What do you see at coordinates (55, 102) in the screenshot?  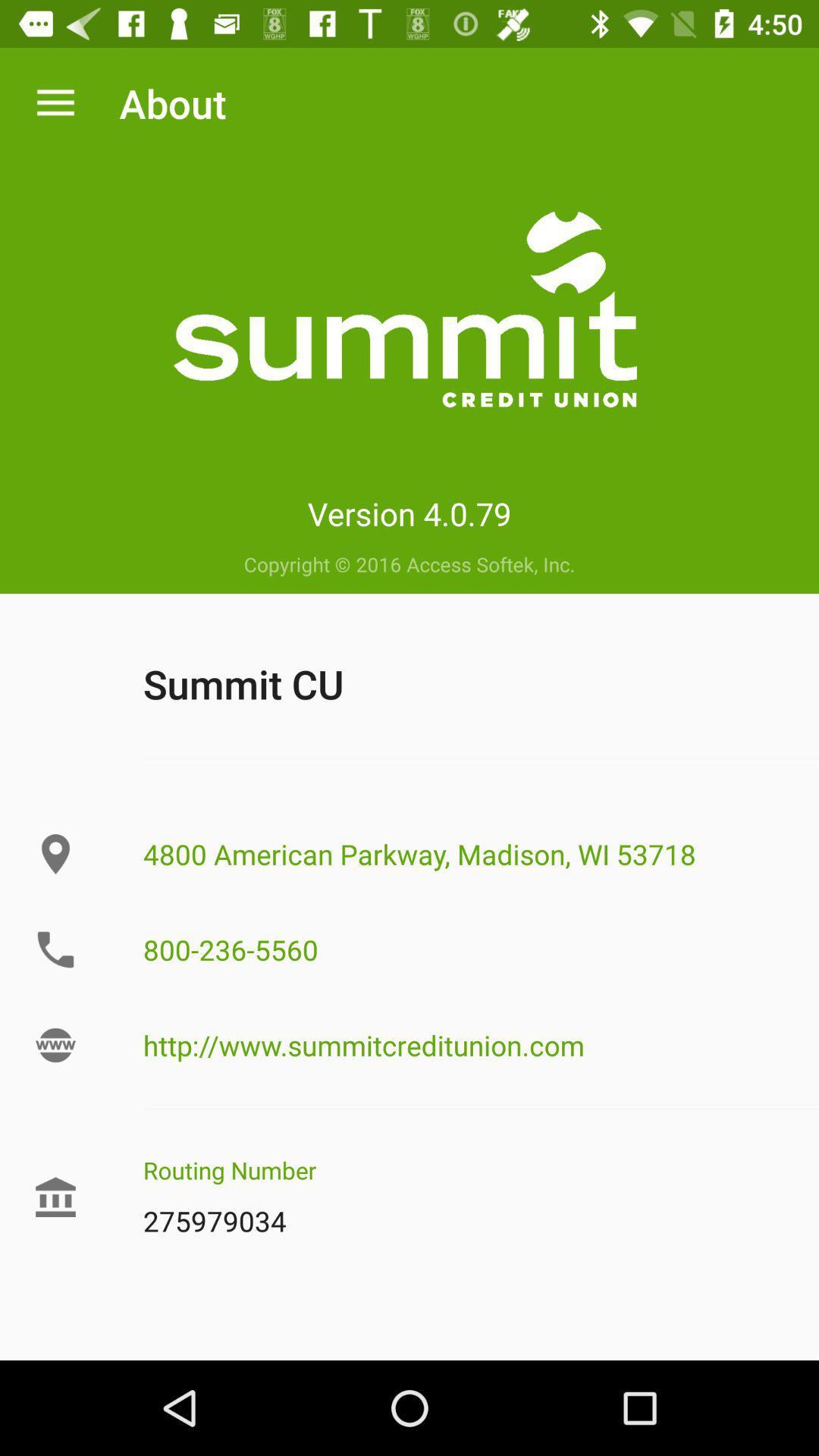 I see `app to the left of about icon` at bounding box center [55, 102].